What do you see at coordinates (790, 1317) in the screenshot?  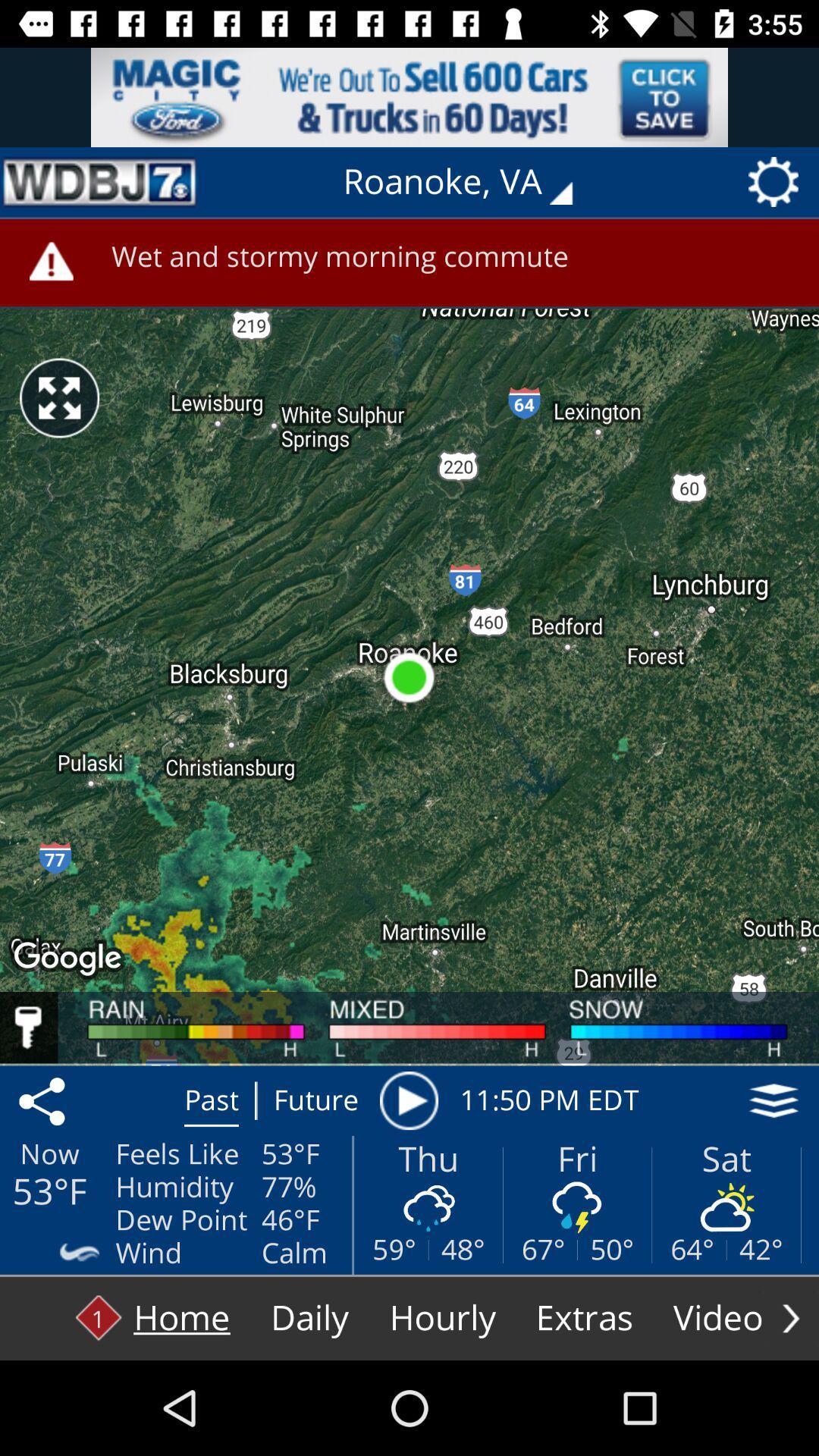 I see `the arrow_forward icon` at bounding box center [790, 1317].